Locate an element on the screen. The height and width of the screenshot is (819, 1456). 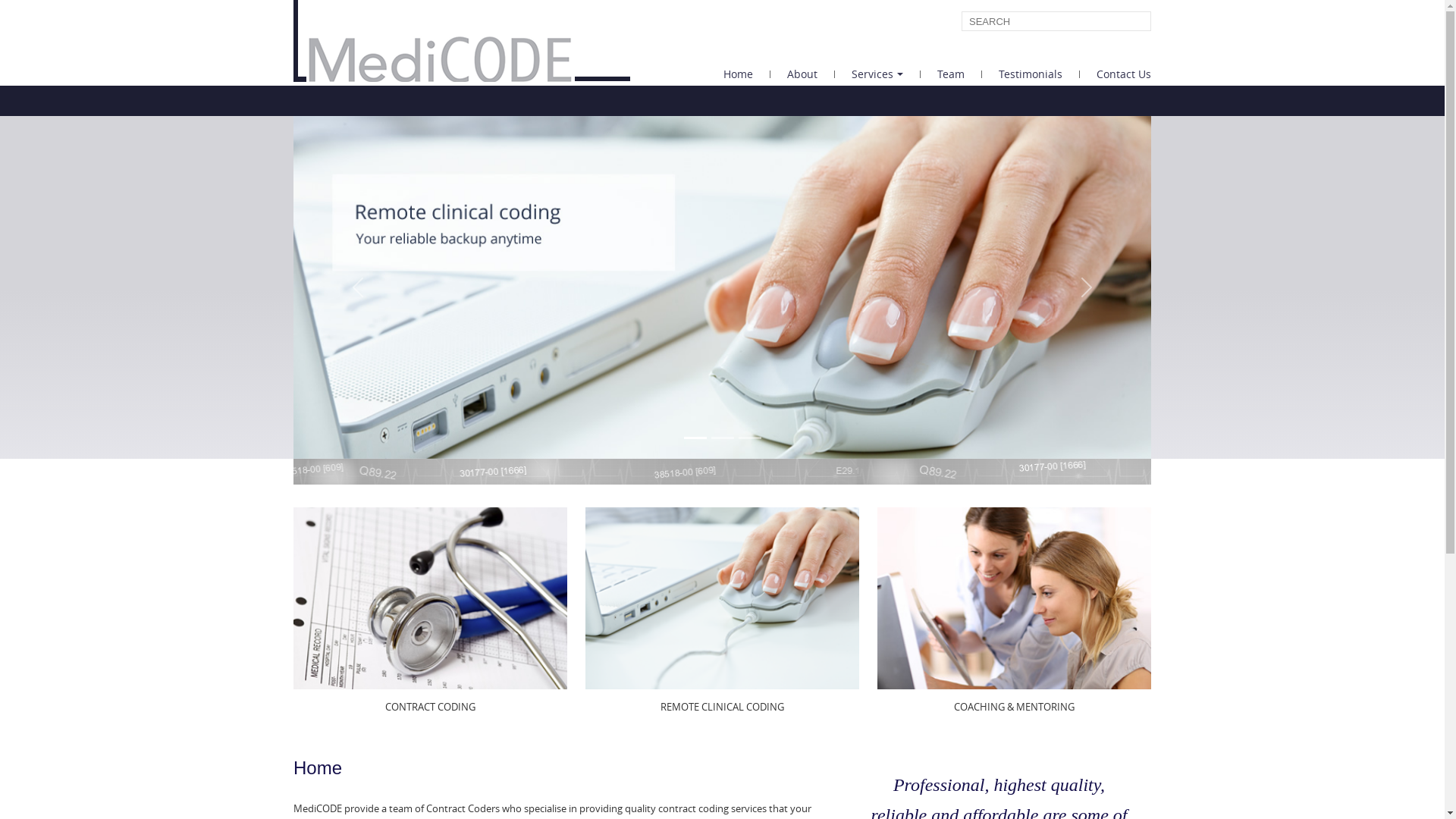
'About' is located at coordinates (770, 74).